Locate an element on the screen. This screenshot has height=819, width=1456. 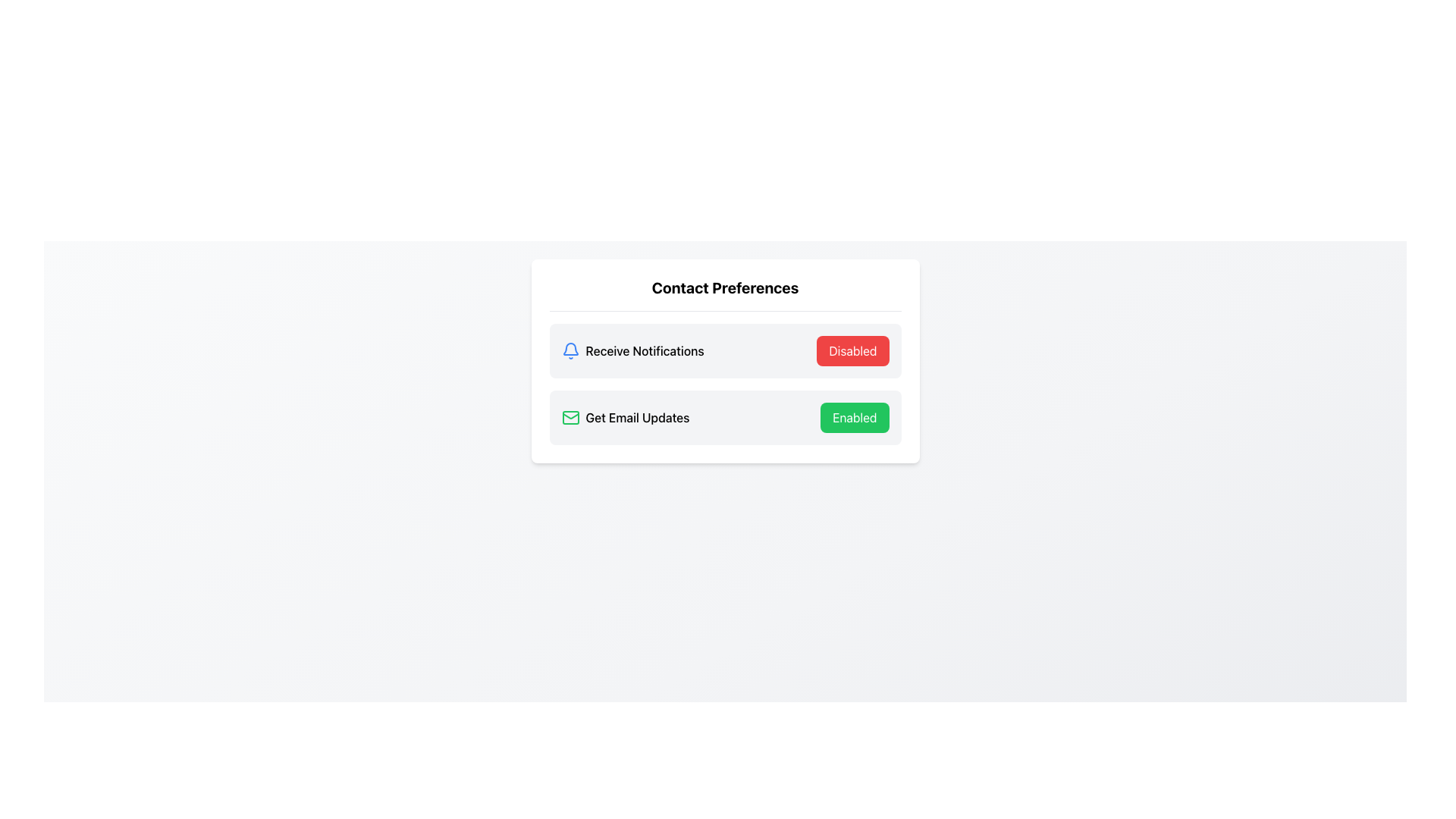
the bell icon representing the notification setting located to the left of the 'Receive Notifications' label in the preferences layout is located at coordinates (570, 350).